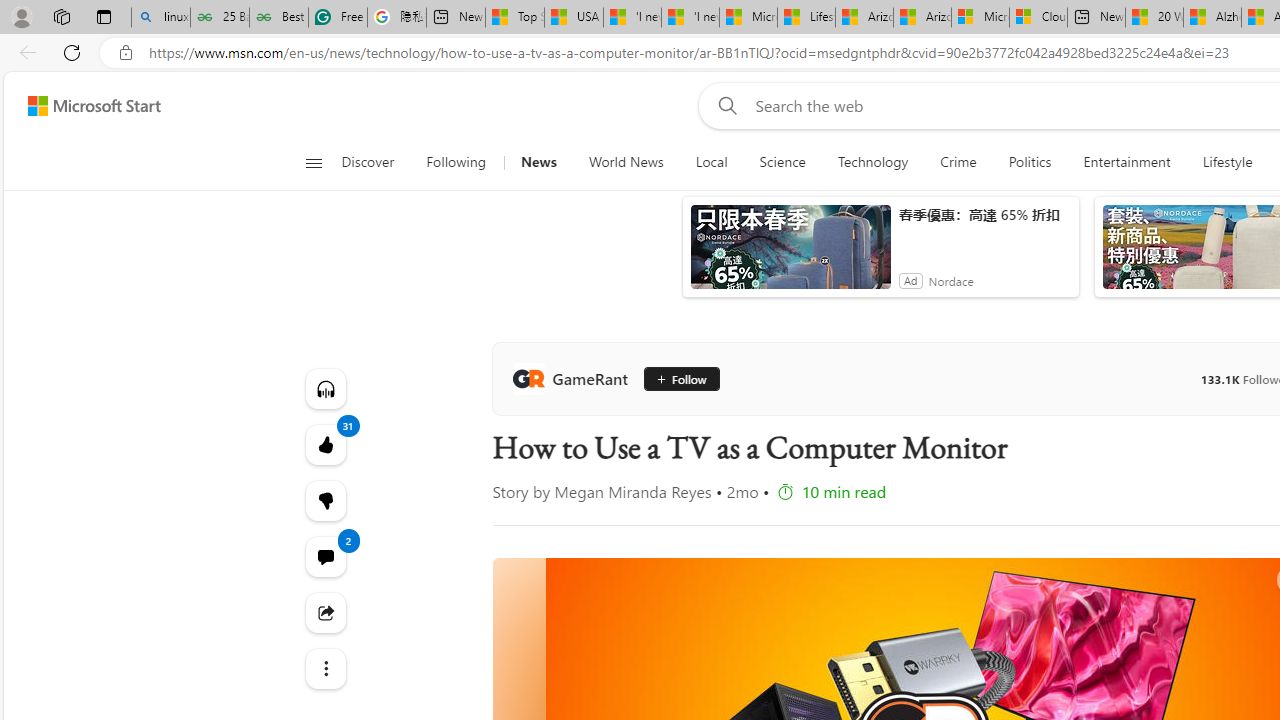 The width and height of the screenshot is (1280, 720). I want to click on 'Entertainment', so click(1127, 162).